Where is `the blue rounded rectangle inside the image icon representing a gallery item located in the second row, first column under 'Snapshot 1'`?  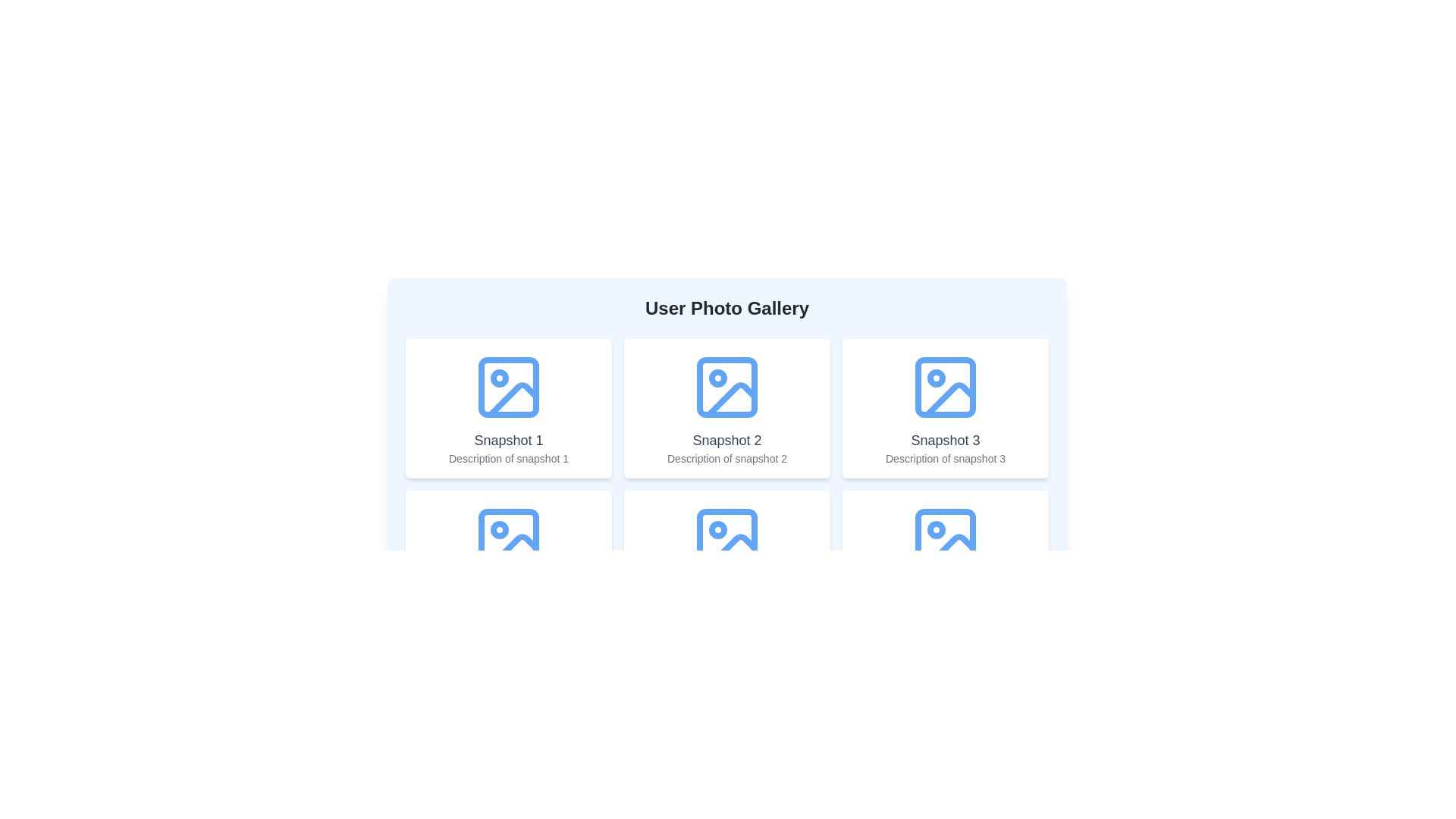
the blue rounded rectangle inside the image icon representing a gallery item located in the second row, first column under 'Snapshot 1' is located at coordinates (509, 538).